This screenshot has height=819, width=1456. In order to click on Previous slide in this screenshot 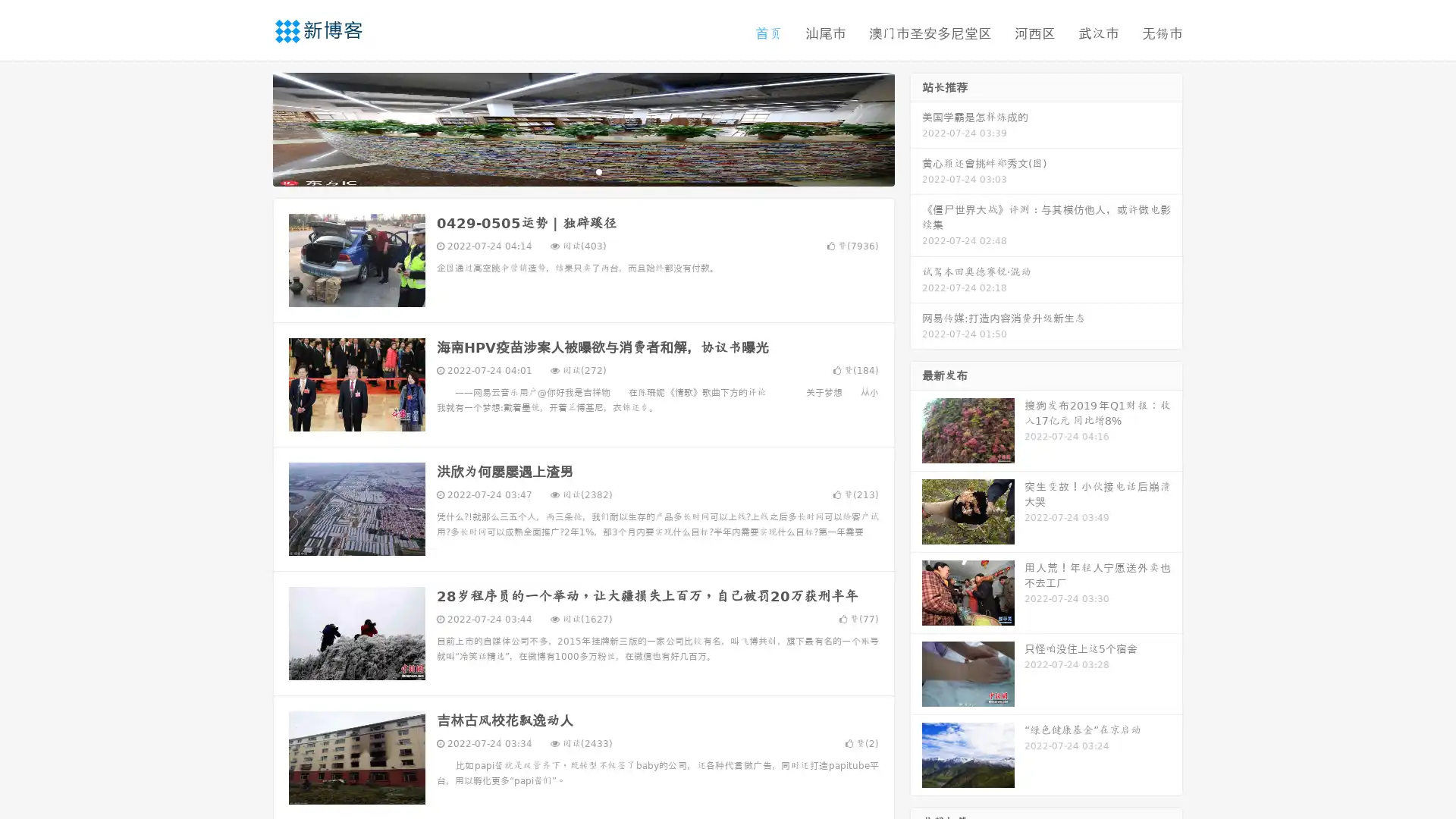, I will do `click(250, 127)`.